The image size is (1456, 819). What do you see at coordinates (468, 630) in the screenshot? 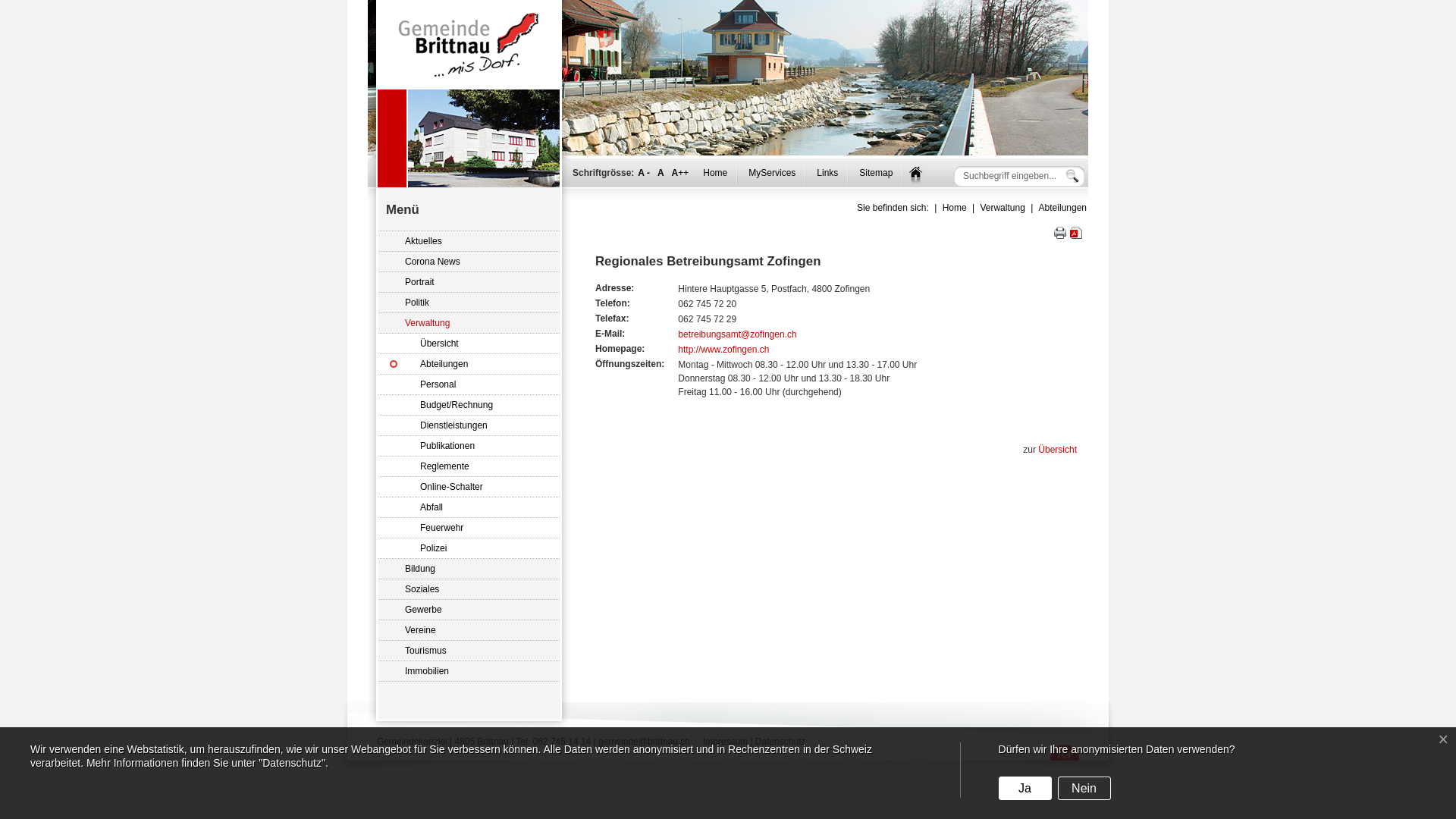
I see `'Vereine'` at bounding box center [468, 630].